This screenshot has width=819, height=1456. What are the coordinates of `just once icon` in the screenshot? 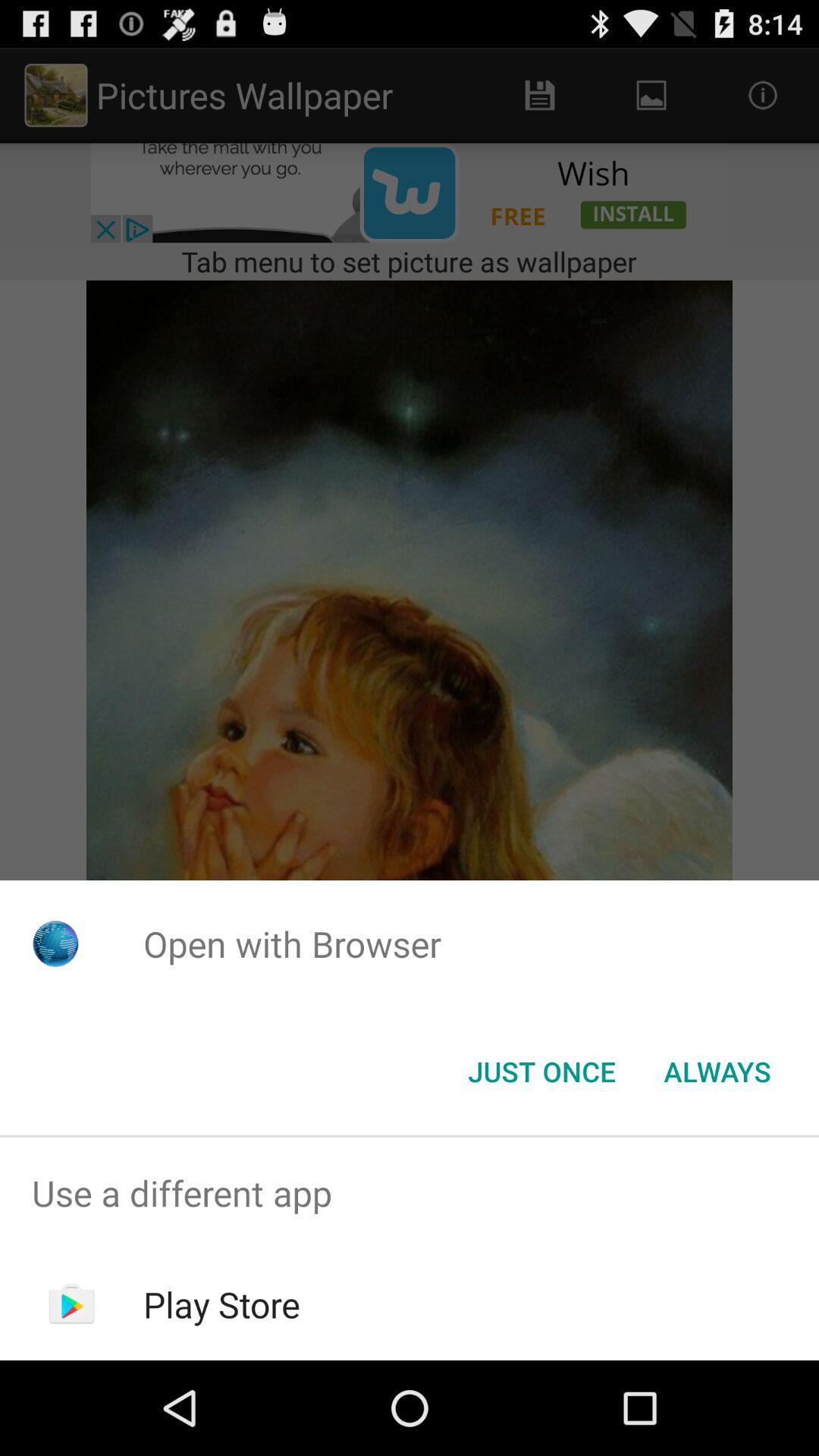 It's located at (541, 1070).